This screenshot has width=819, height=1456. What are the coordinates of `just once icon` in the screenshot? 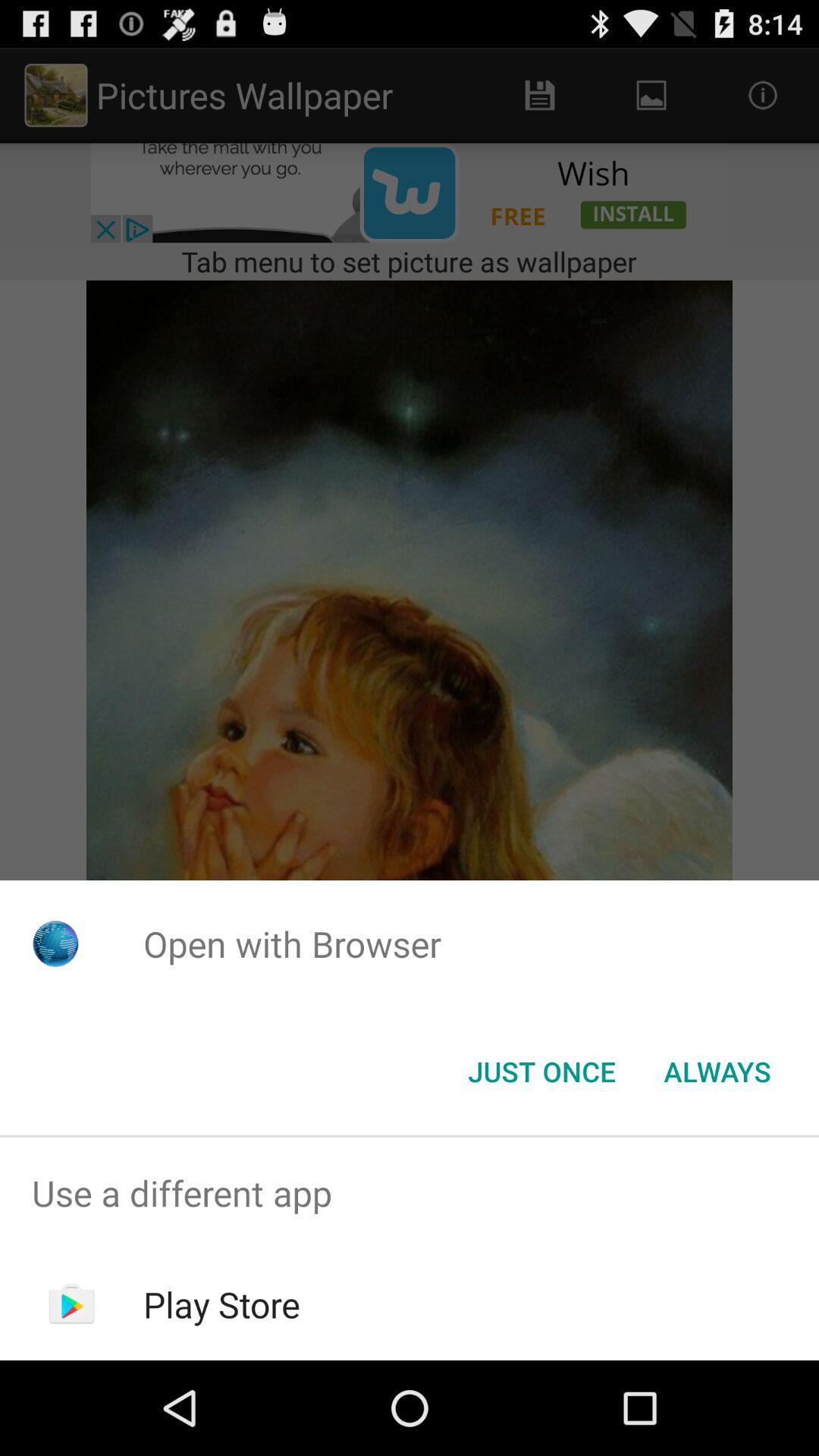 It's located at (541, 1070).